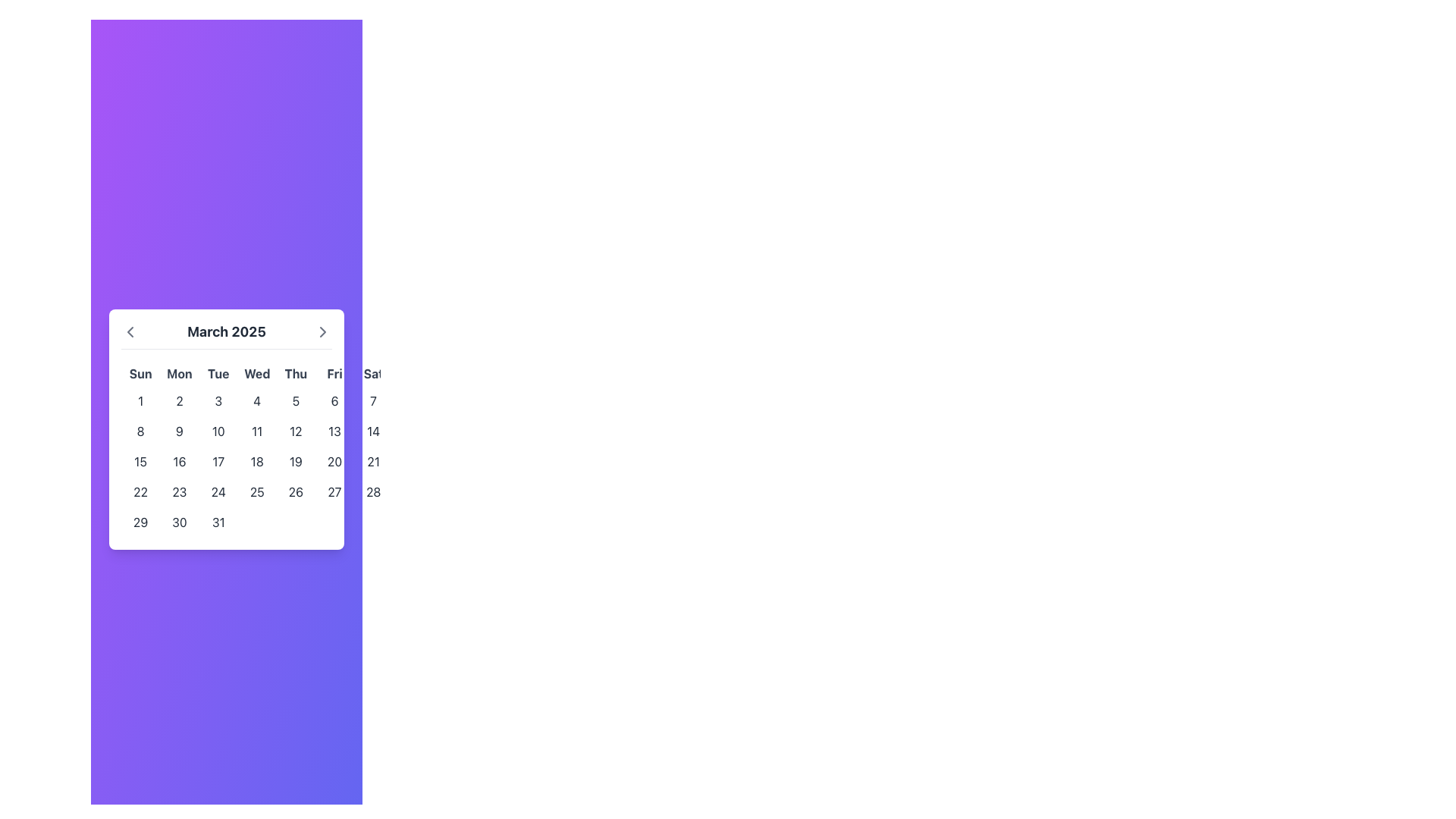 The width and height of the screenshot is (1456, 819). Describe the element at coordinates (140, 521) in the screenshot. I see `the calendar date cell representing the date '29'` at that location.